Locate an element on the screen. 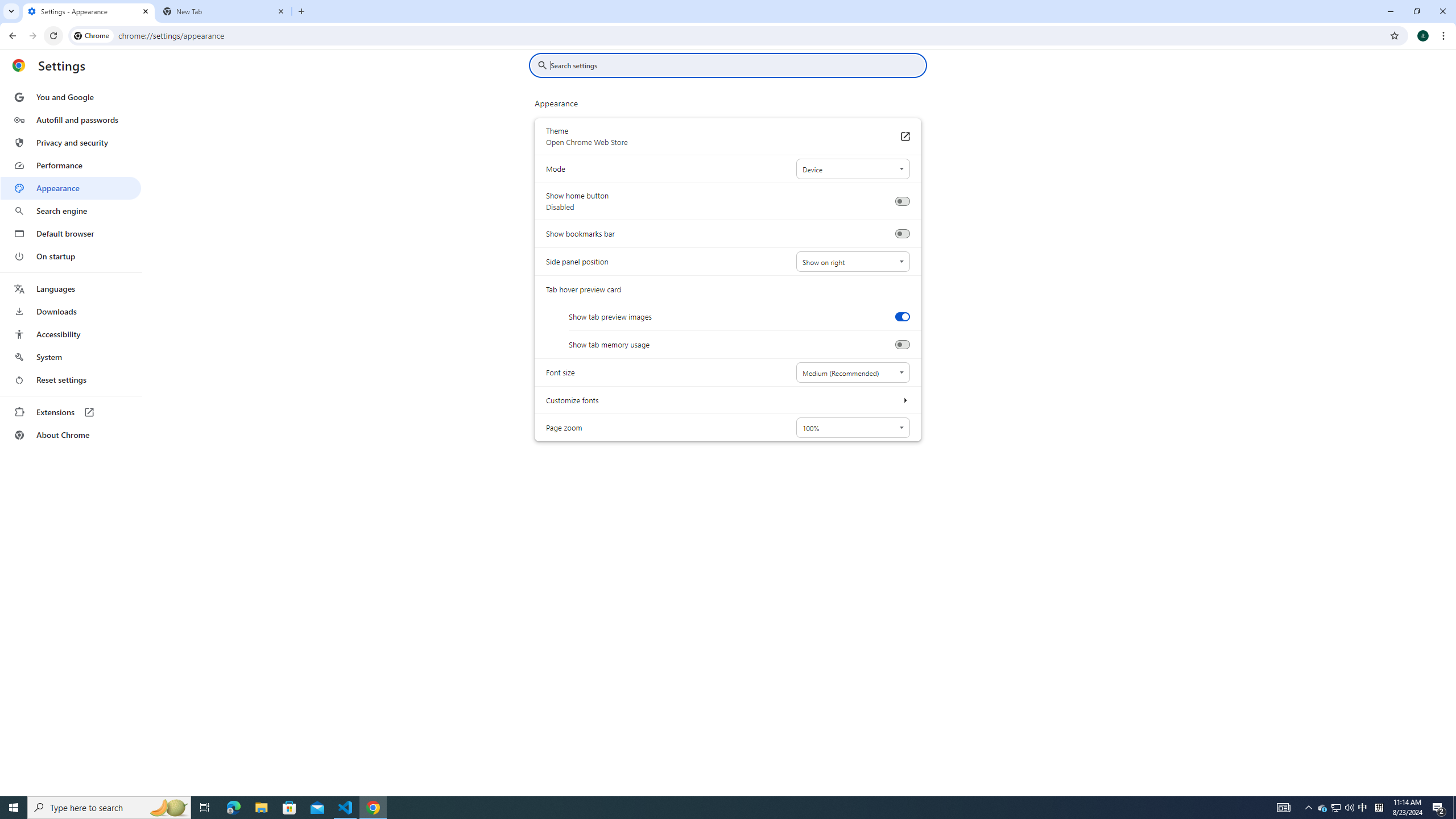 The width and height of the screenshot is (1456, 819). 'About Chrome' is located at coordinates (70, 434).